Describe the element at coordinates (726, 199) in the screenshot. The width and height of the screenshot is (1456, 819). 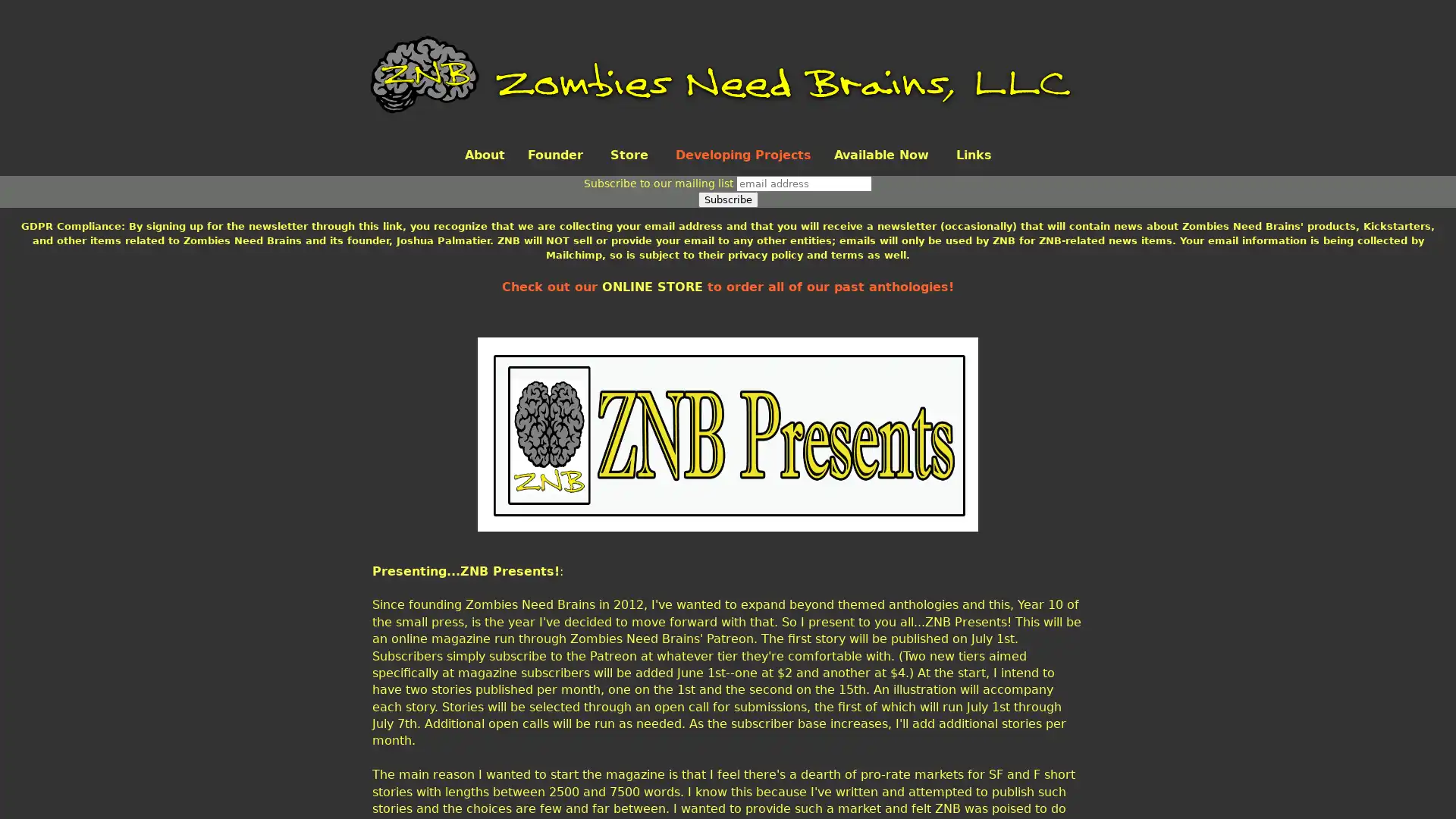
I see `Subscribe` at that location.